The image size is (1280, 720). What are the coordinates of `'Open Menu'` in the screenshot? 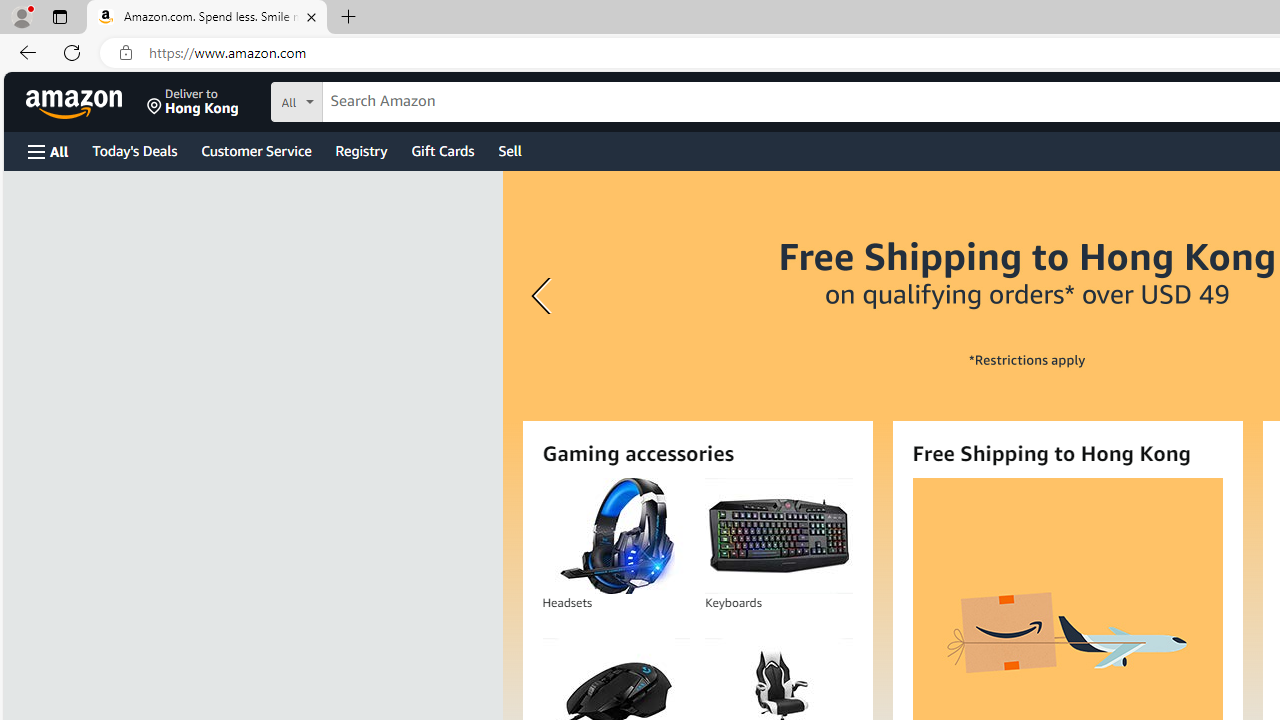 It's located at (48, 150).